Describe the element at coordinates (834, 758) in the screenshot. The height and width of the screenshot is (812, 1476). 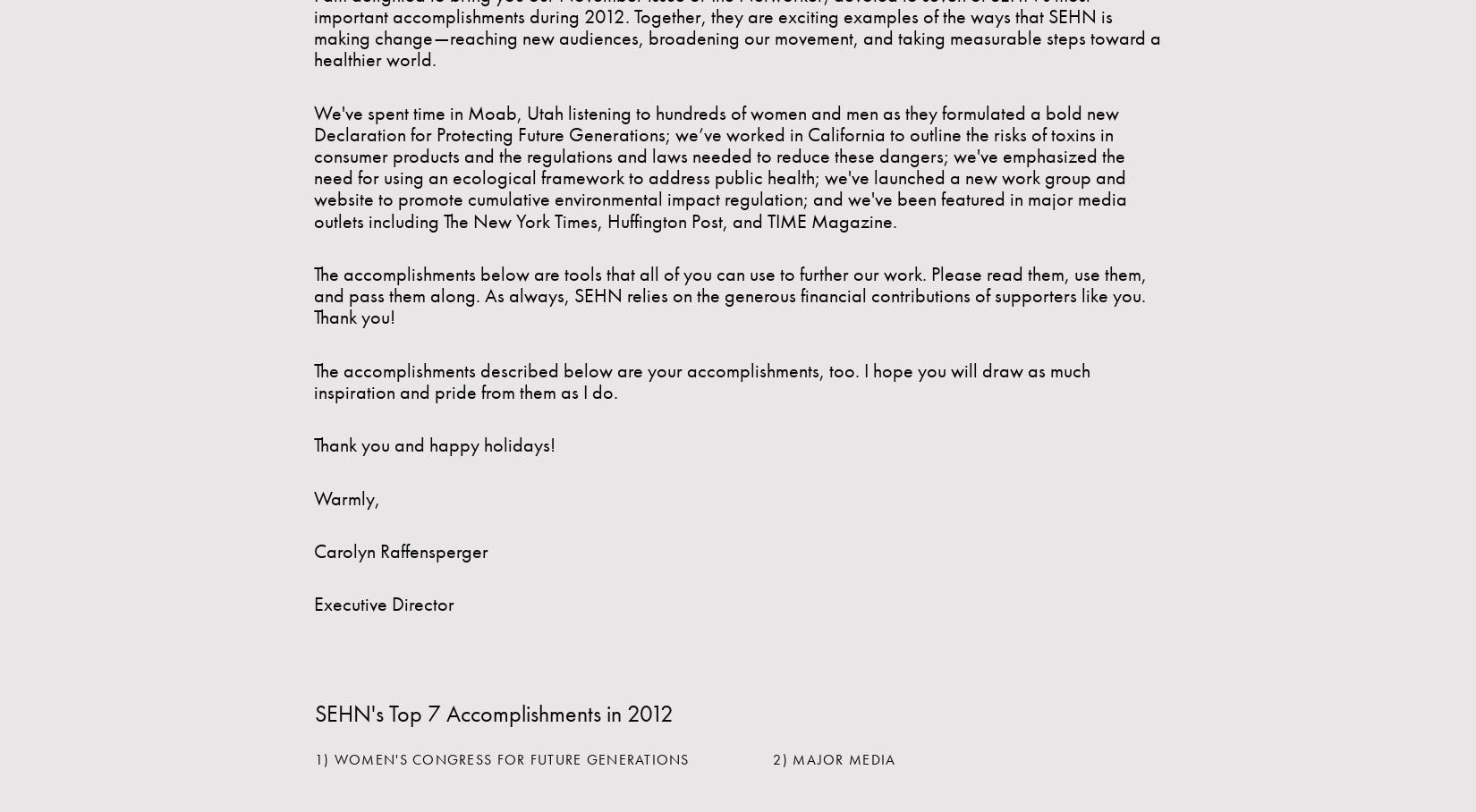
I see `'2) Major media'` at that location.